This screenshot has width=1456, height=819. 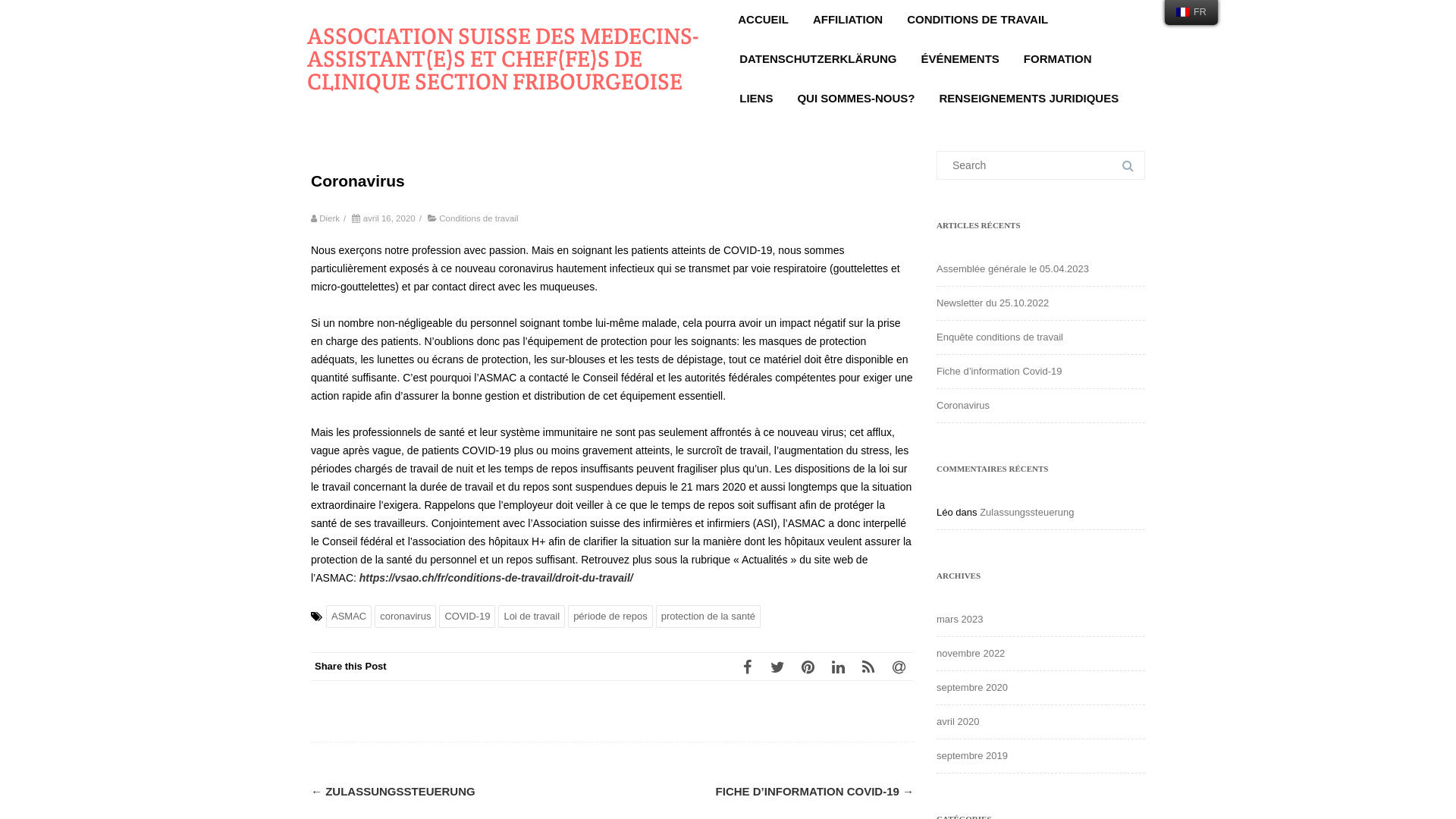 I want to click on 'Coronavirus', so click(x=962, y=404).